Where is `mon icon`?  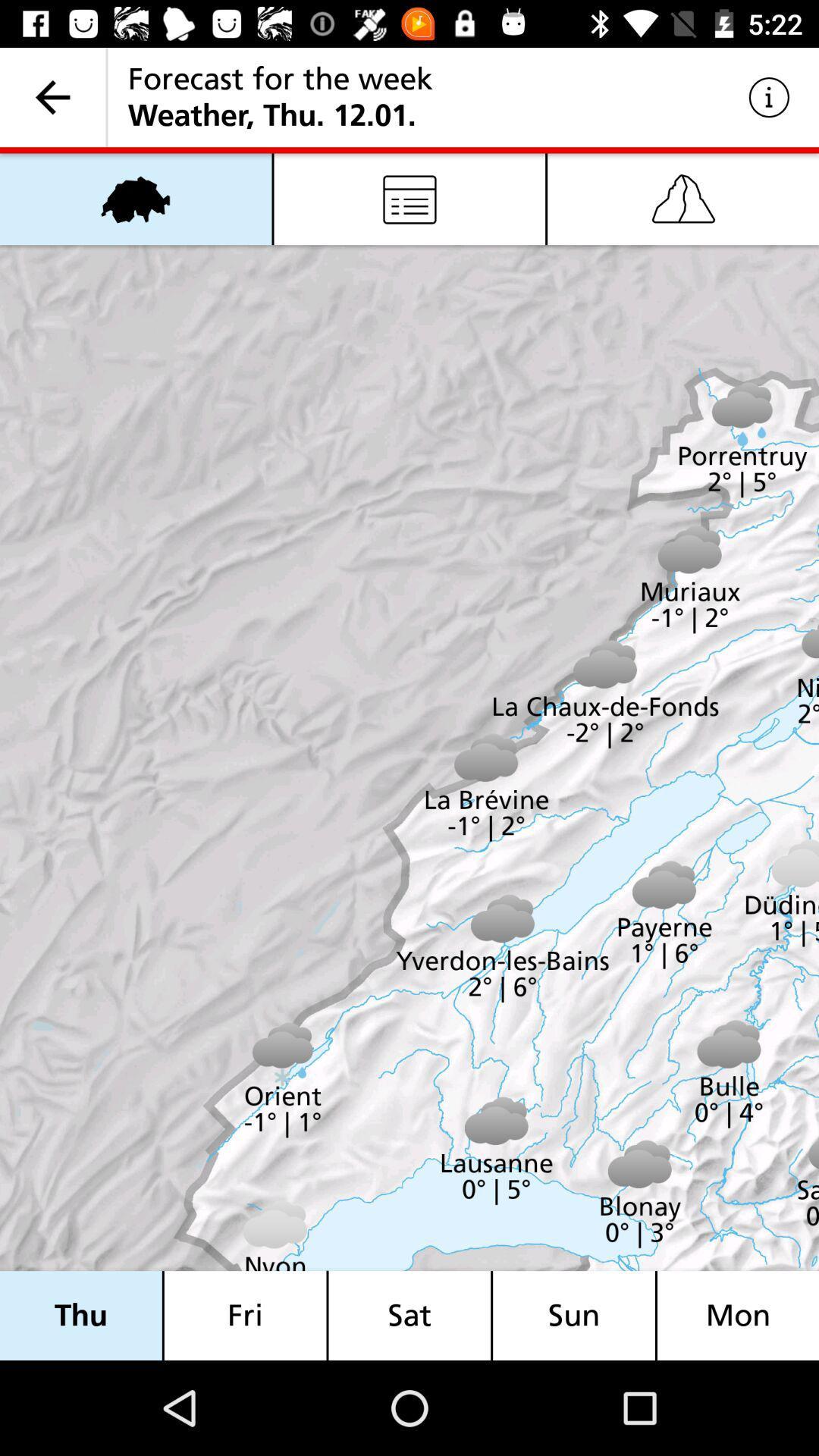 mon icon is located at coordinates (737, 1315).